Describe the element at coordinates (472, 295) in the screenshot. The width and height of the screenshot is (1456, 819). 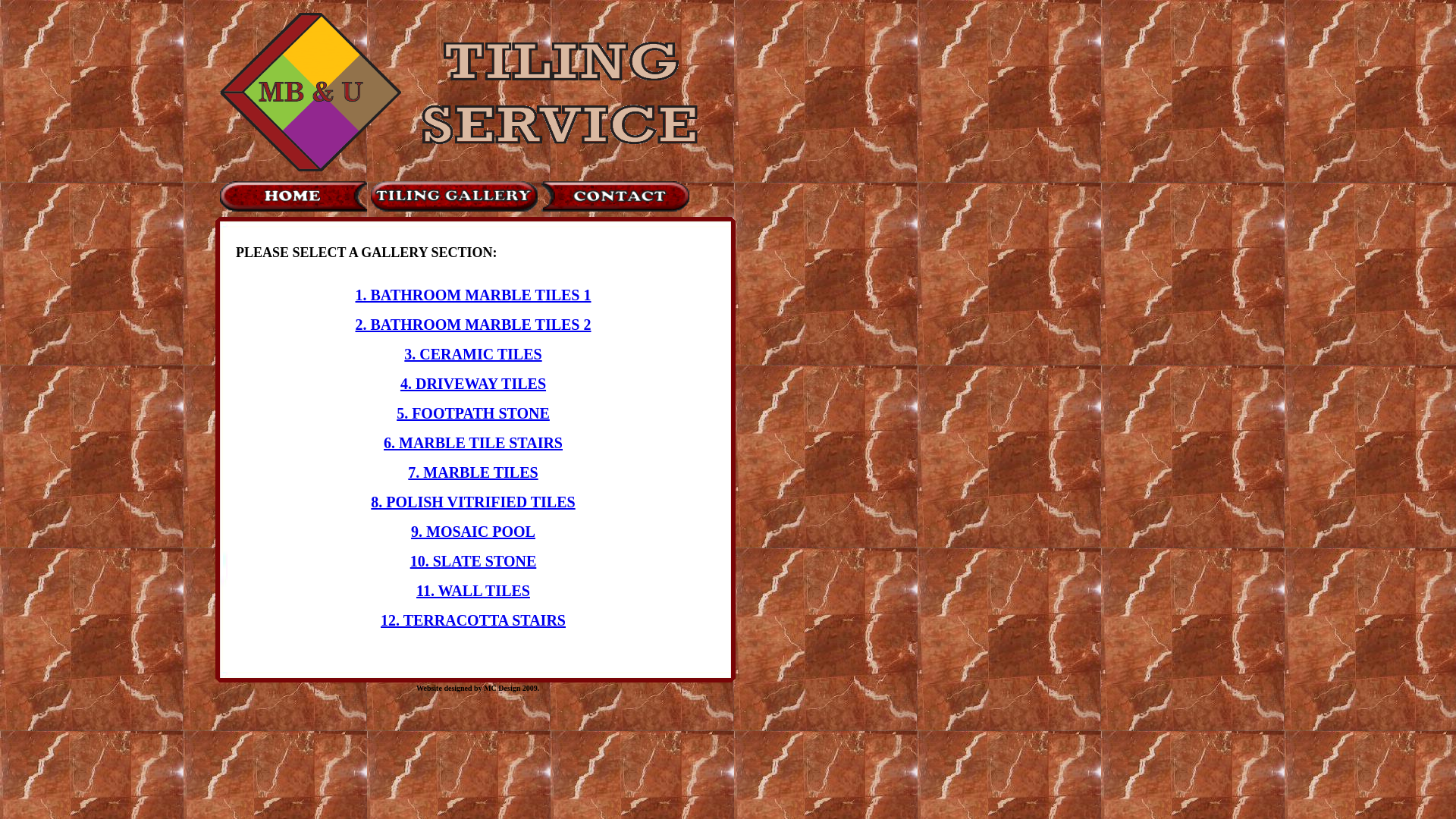
I see `'1. BATHROOM MARBLE TILES 1'` at that location.